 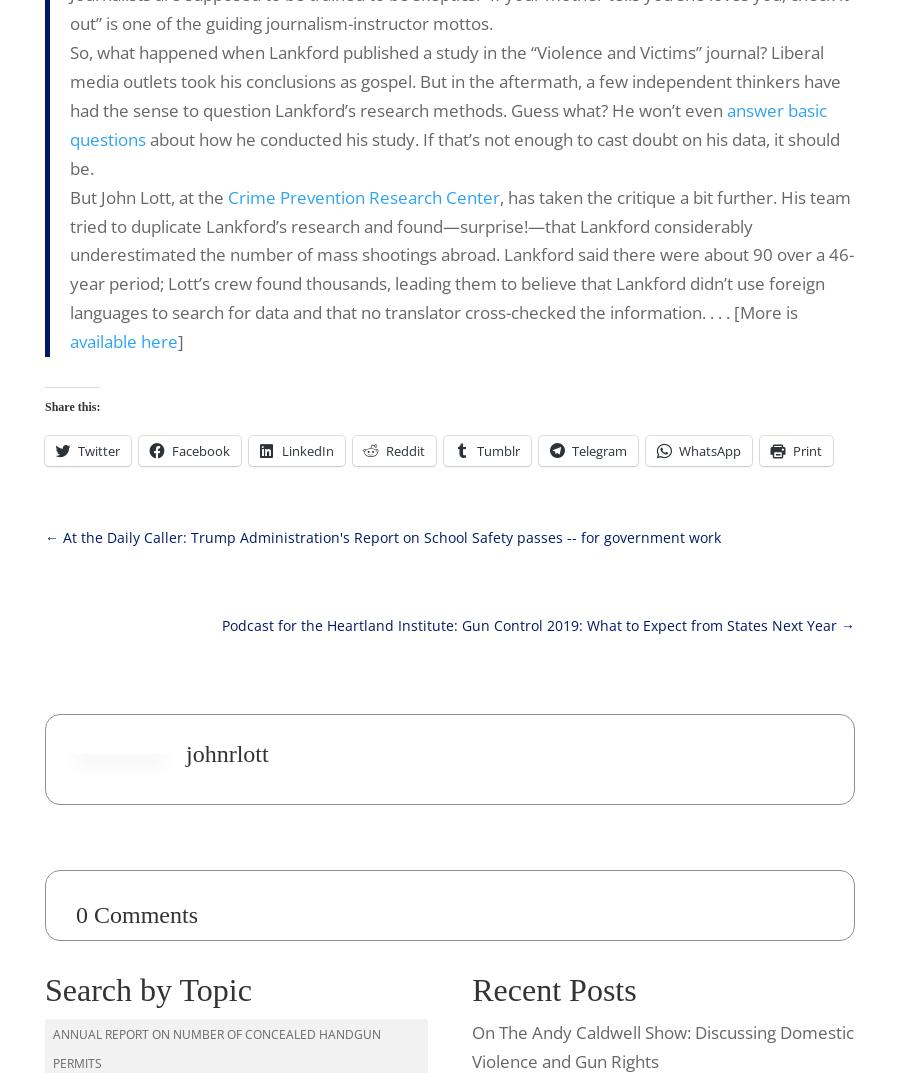 I want to click on 'Crime Prevention Research Center', so click(x=226, y=196).